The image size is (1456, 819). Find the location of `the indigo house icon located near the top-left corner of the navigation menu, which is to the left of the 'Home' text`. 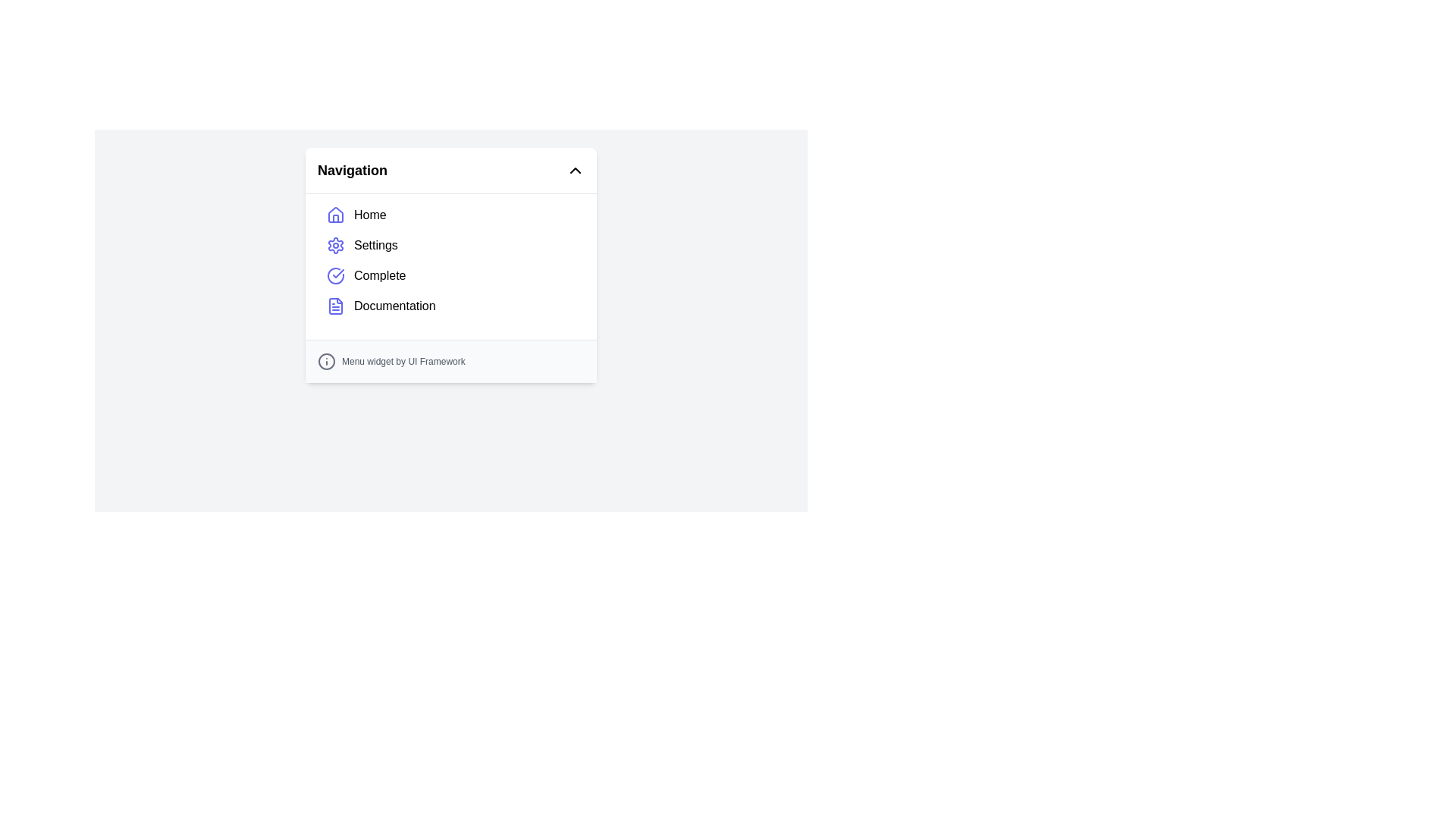

the indigo house icon located near the top-left corner of the navigation menu, which is to the left of the 'Home' text is located at coordinates (334, 215).